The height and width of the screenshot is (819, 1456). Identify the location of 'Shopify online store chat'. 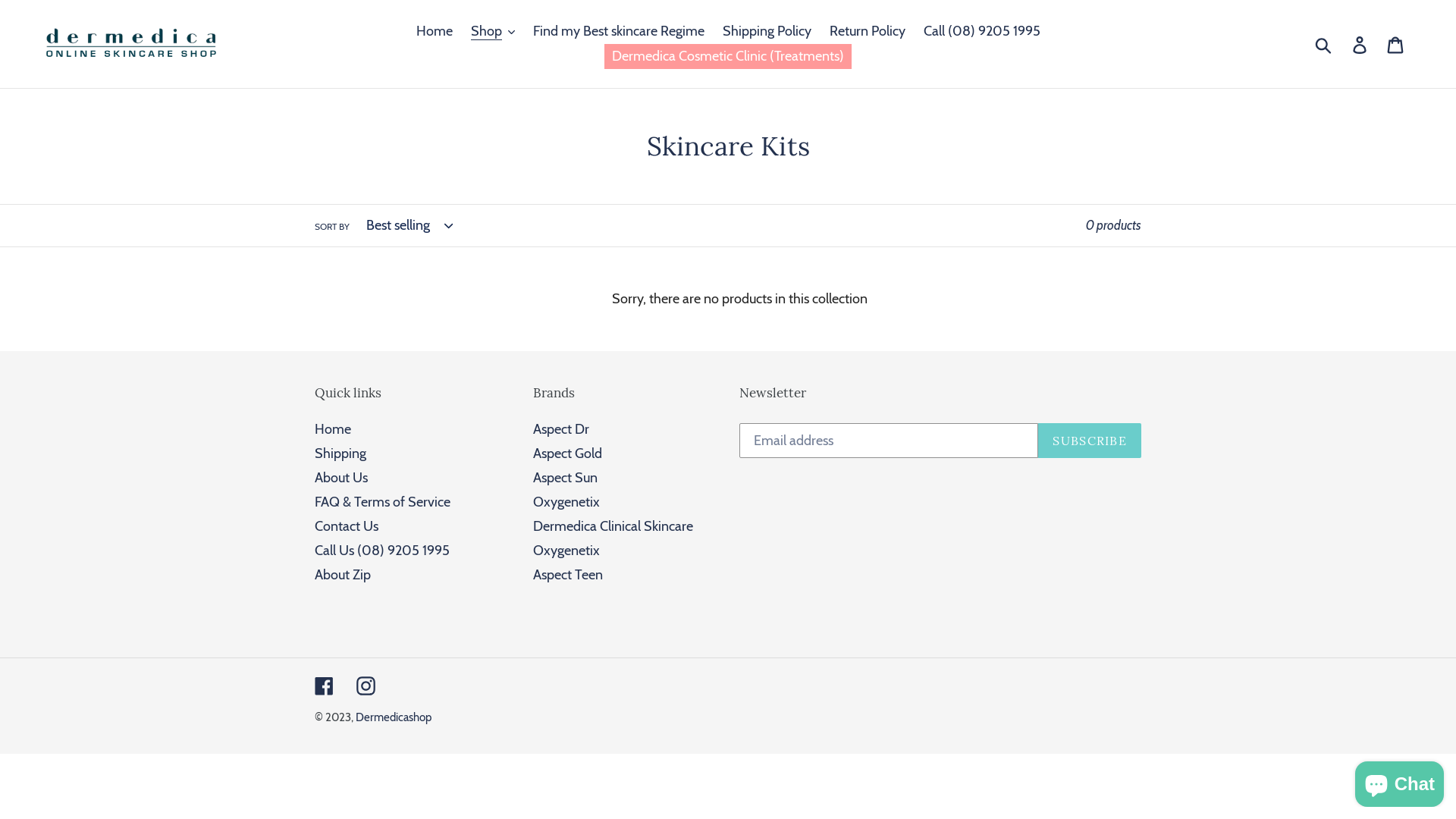
(1398, 780).